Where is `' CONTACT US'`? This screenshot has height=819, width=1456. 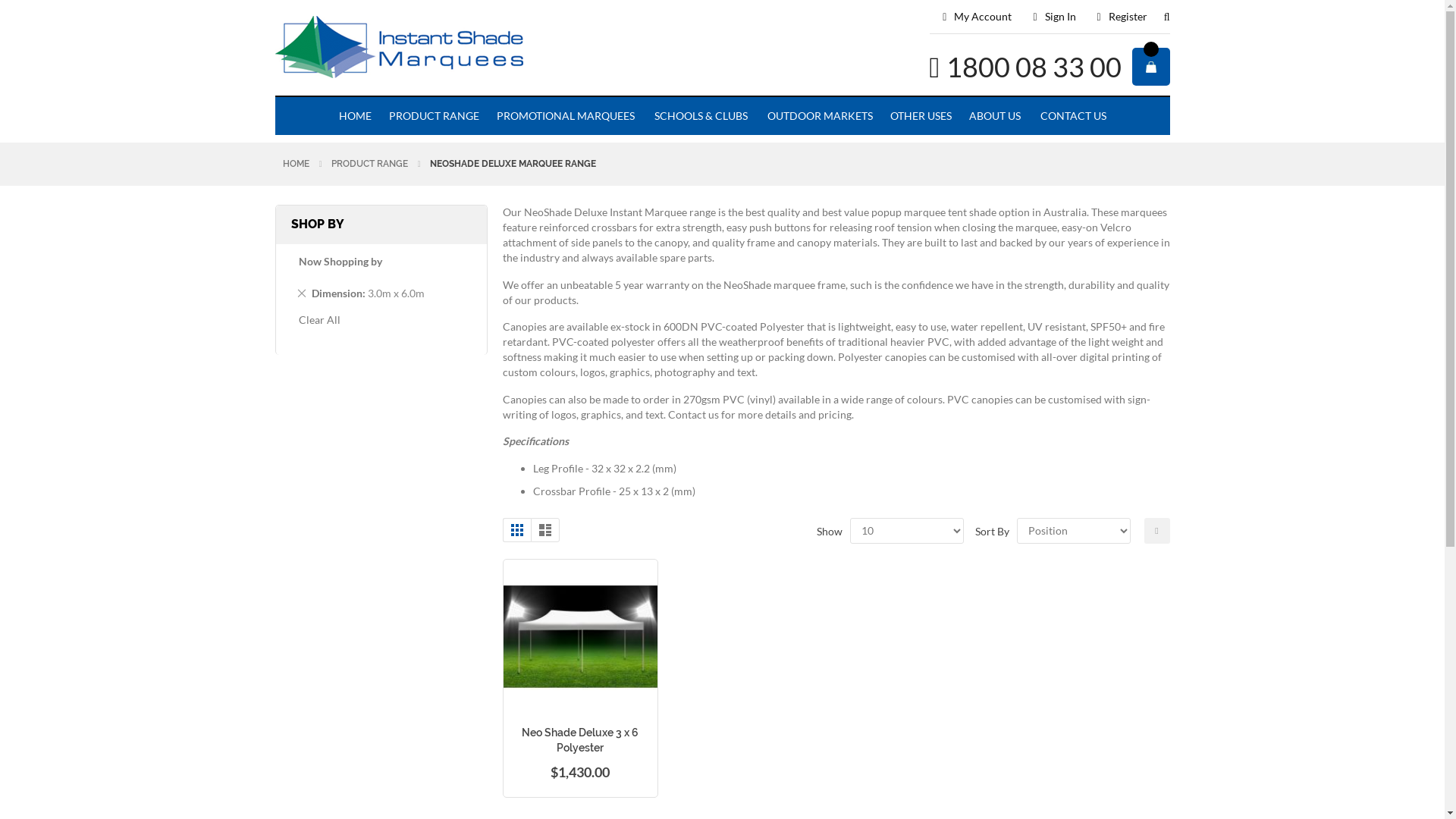 ' CONTACT US' is located at coordinates (1070, 115).